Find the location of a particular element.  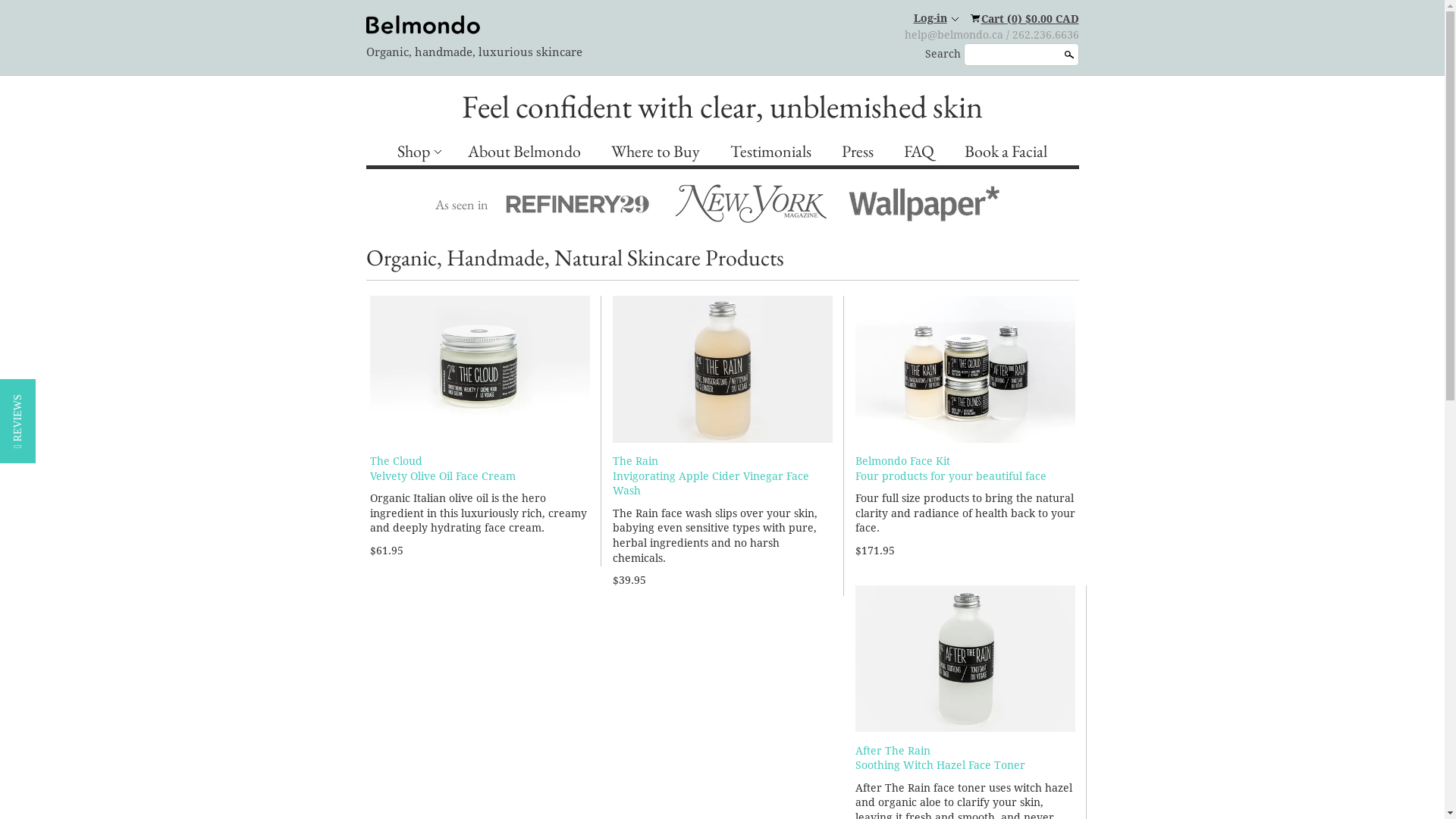

'Where to Buy' is located at coordinates (655, 152).